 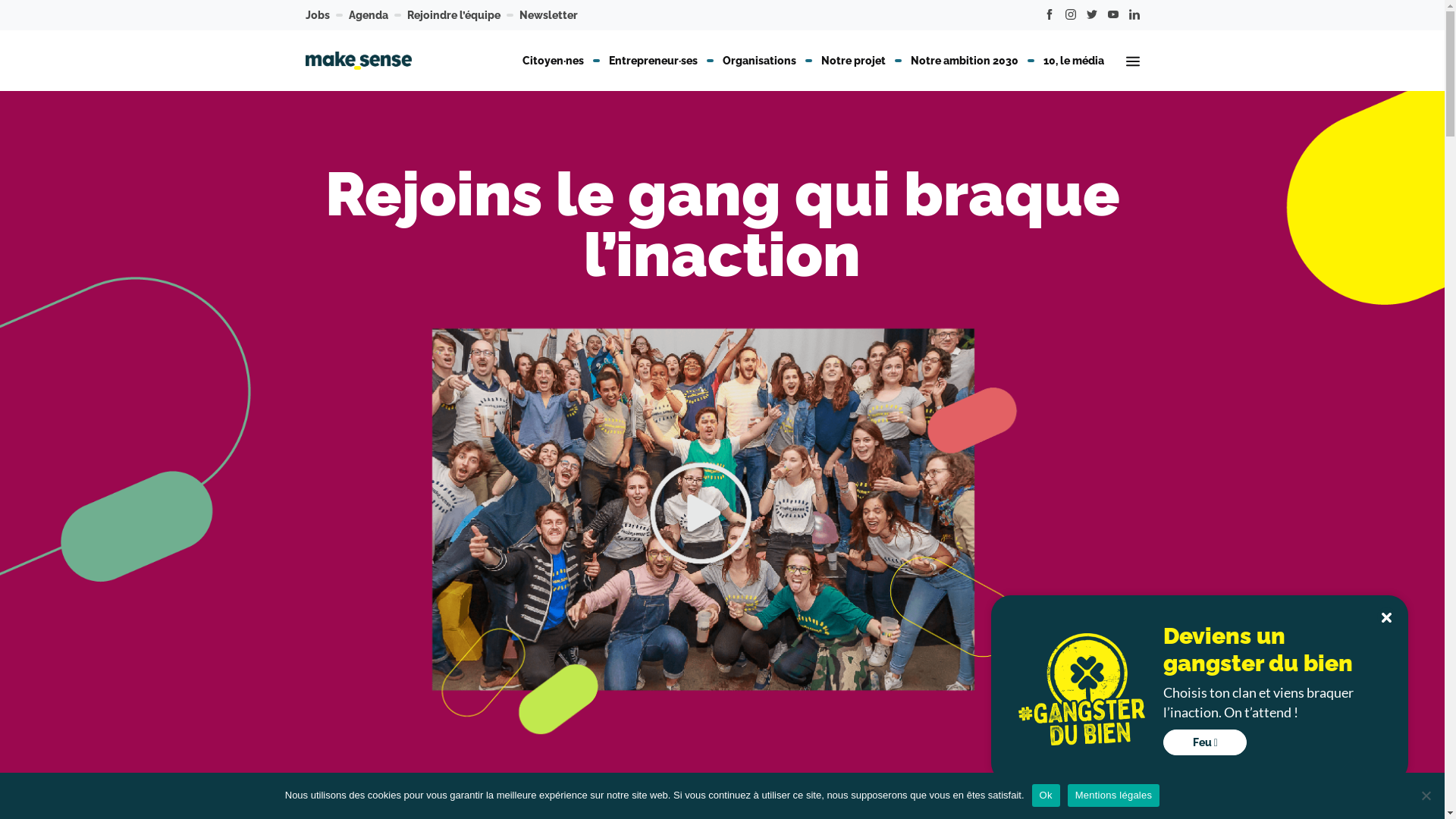 What do you see at coordinates (547, 14) in the screenshot?
I see `'Newsletter'` at bounding box center [547, 14].